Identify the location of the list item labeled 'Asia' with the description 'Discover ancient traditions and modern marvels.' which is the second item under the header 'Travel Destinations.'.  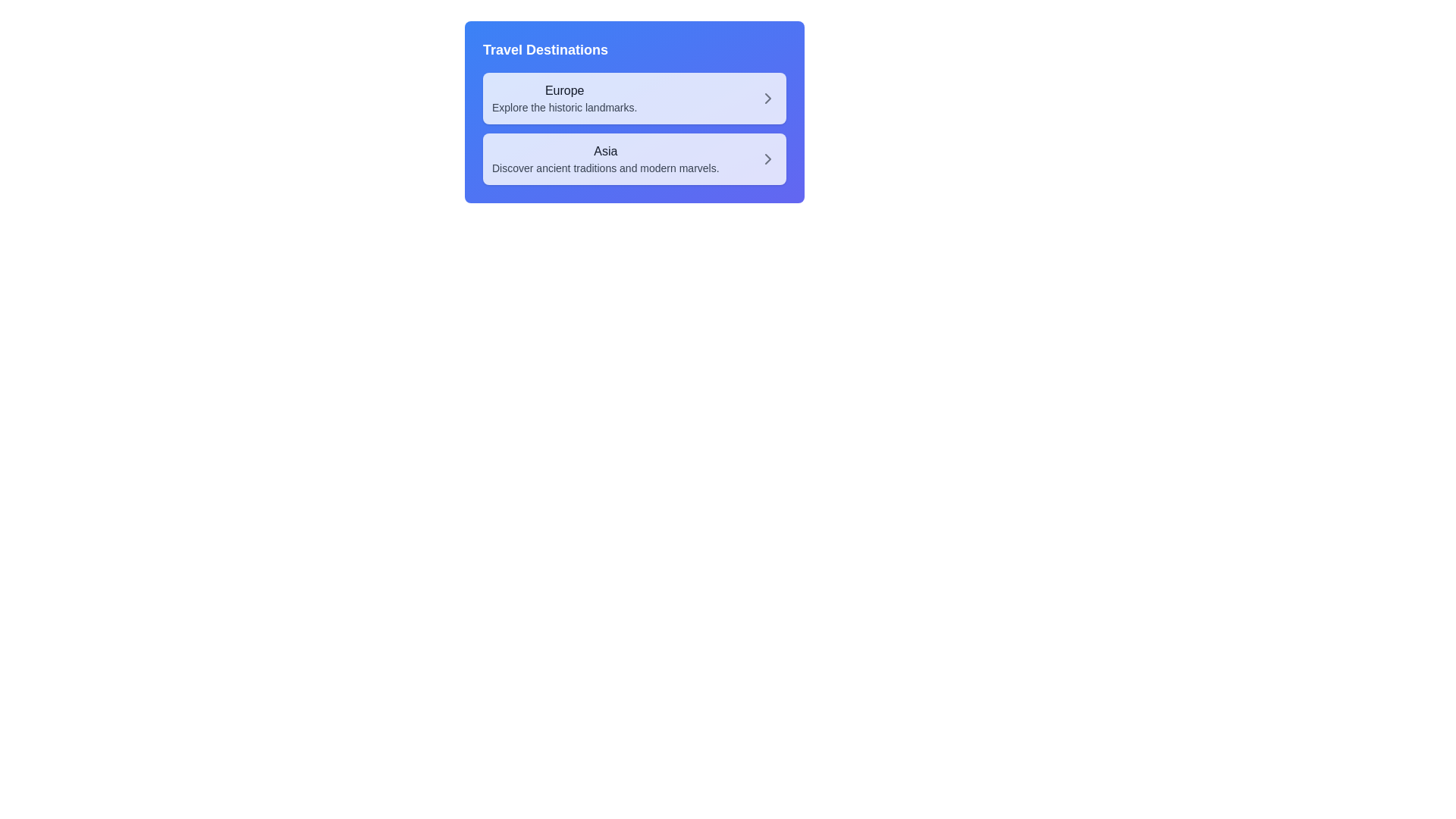
(634, 158).